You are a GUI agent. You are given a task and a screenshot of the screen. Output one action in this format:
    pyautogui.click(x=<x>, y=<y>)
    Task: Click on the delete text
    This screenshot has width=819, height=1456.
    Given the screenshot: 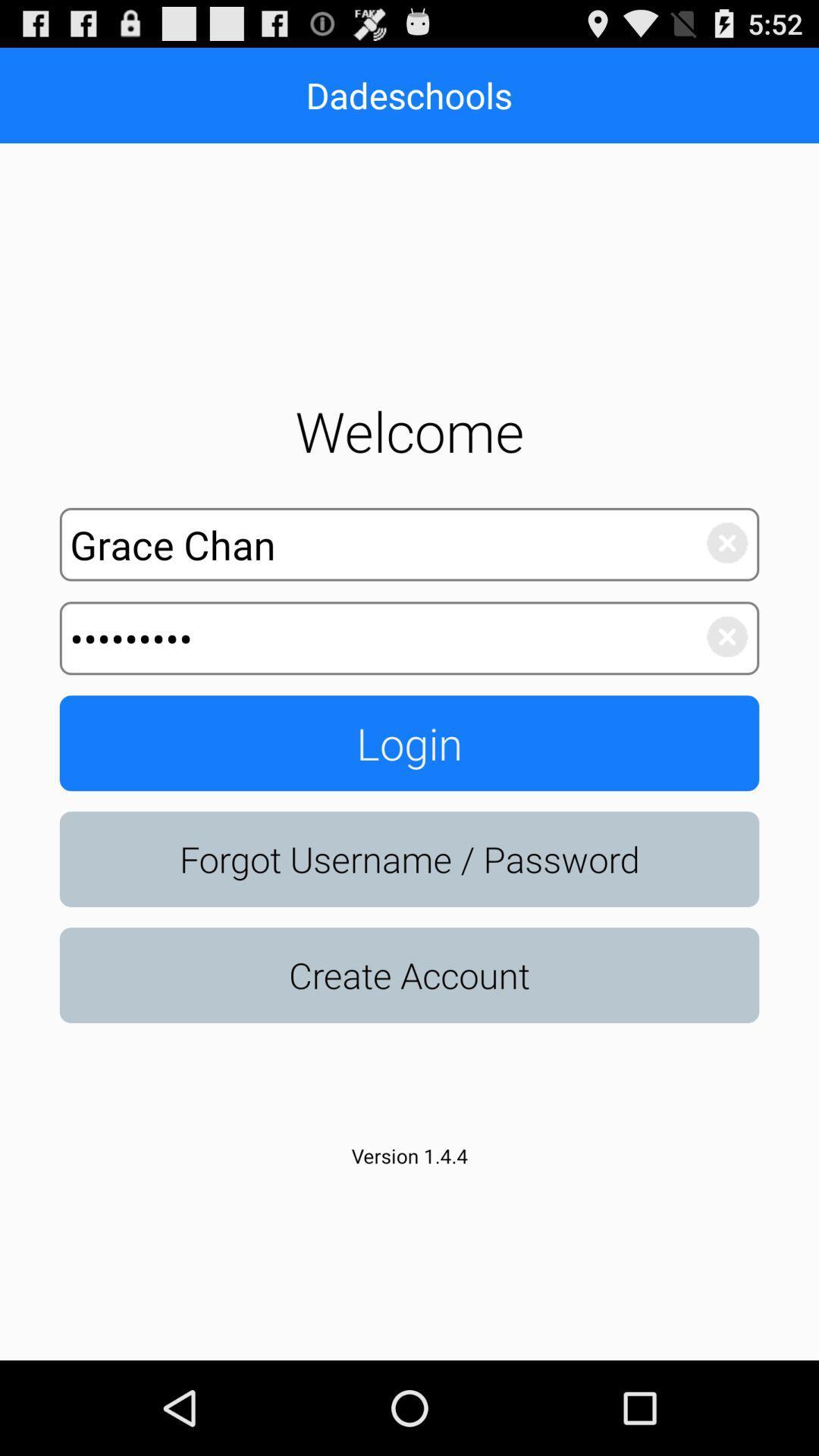 What is the action you would take?
    pyautogui.click(x=718, y=638)
    